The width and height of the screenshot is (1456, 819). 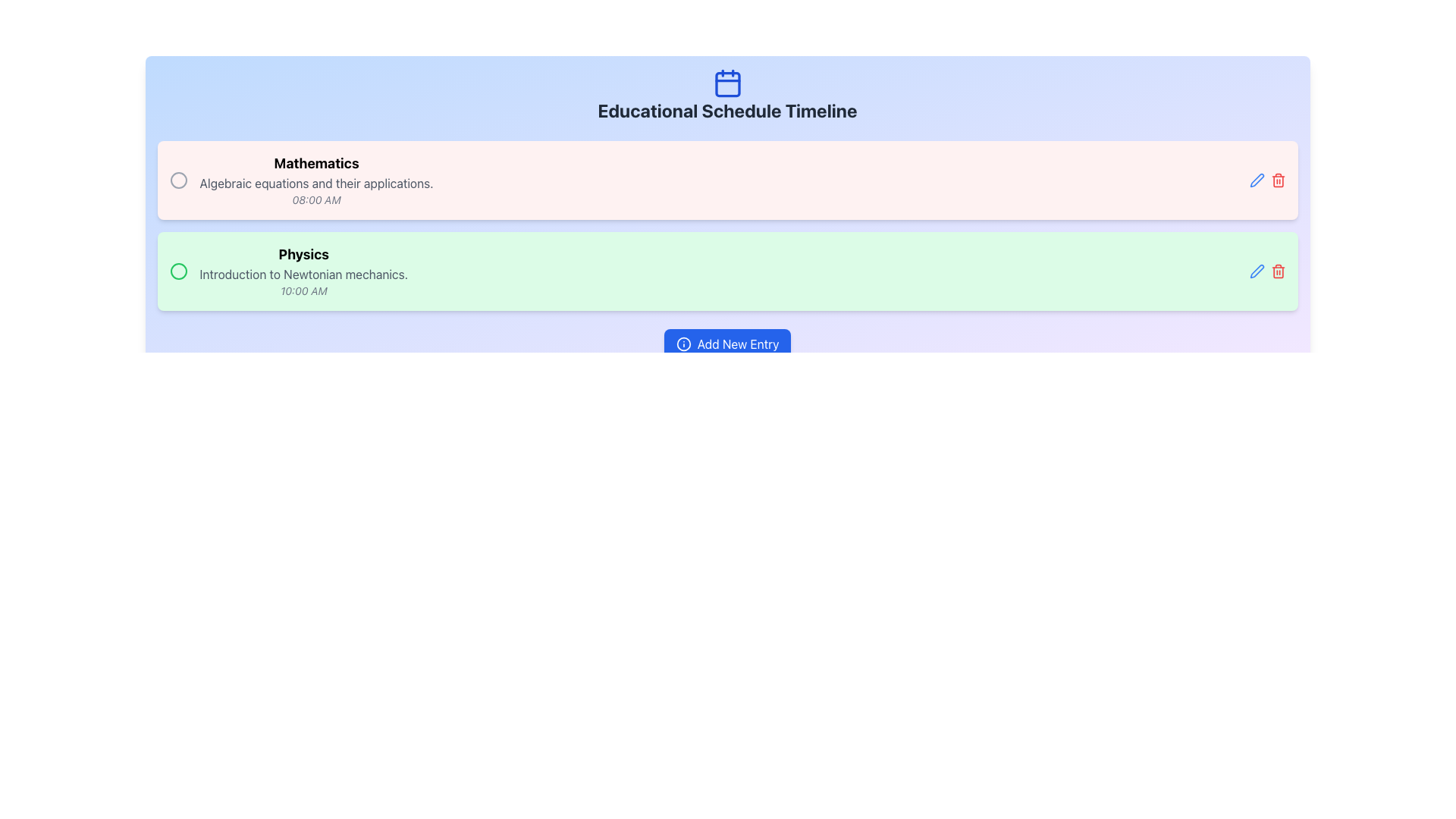 What do you see at coordinates (303, 253) in the screenshot?
I see `the bold, large-font text label displaying the word 'Physics' which is located in the middle section of the green-colored background card` at bounding box center [303, 253].